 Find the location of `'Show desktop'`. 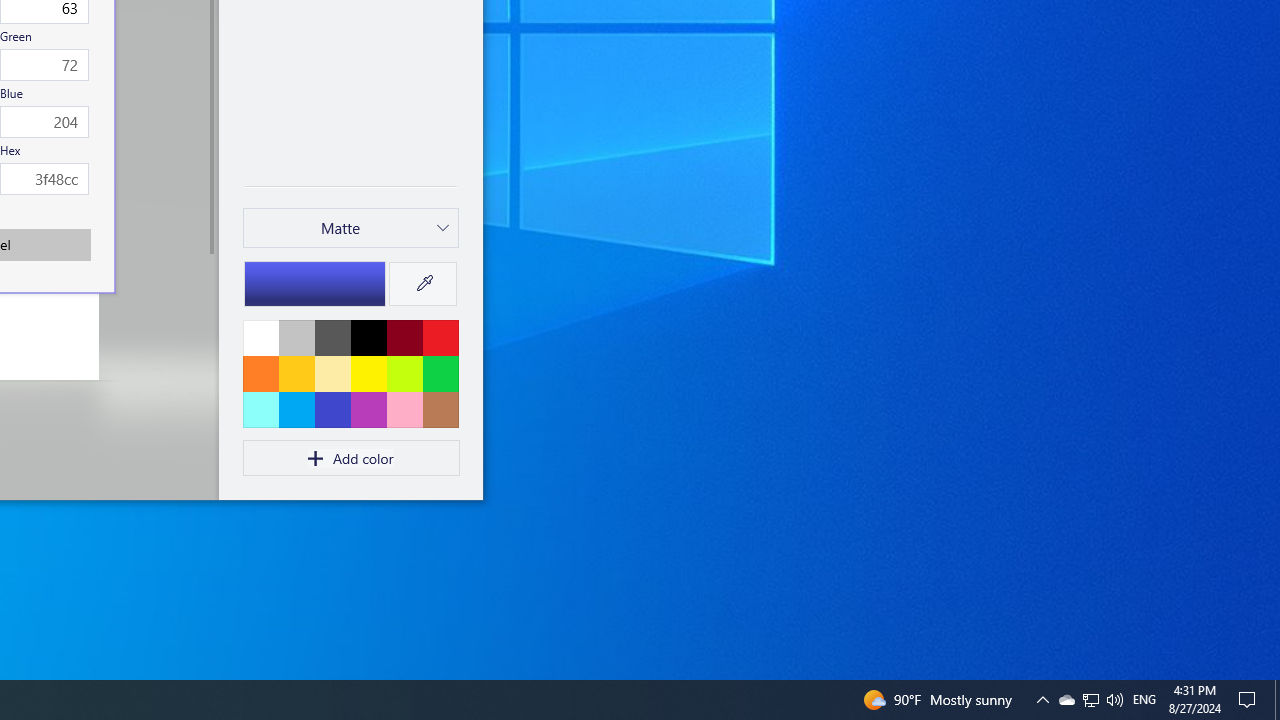

'Show desktop' is located at coordinates (1276, 698).